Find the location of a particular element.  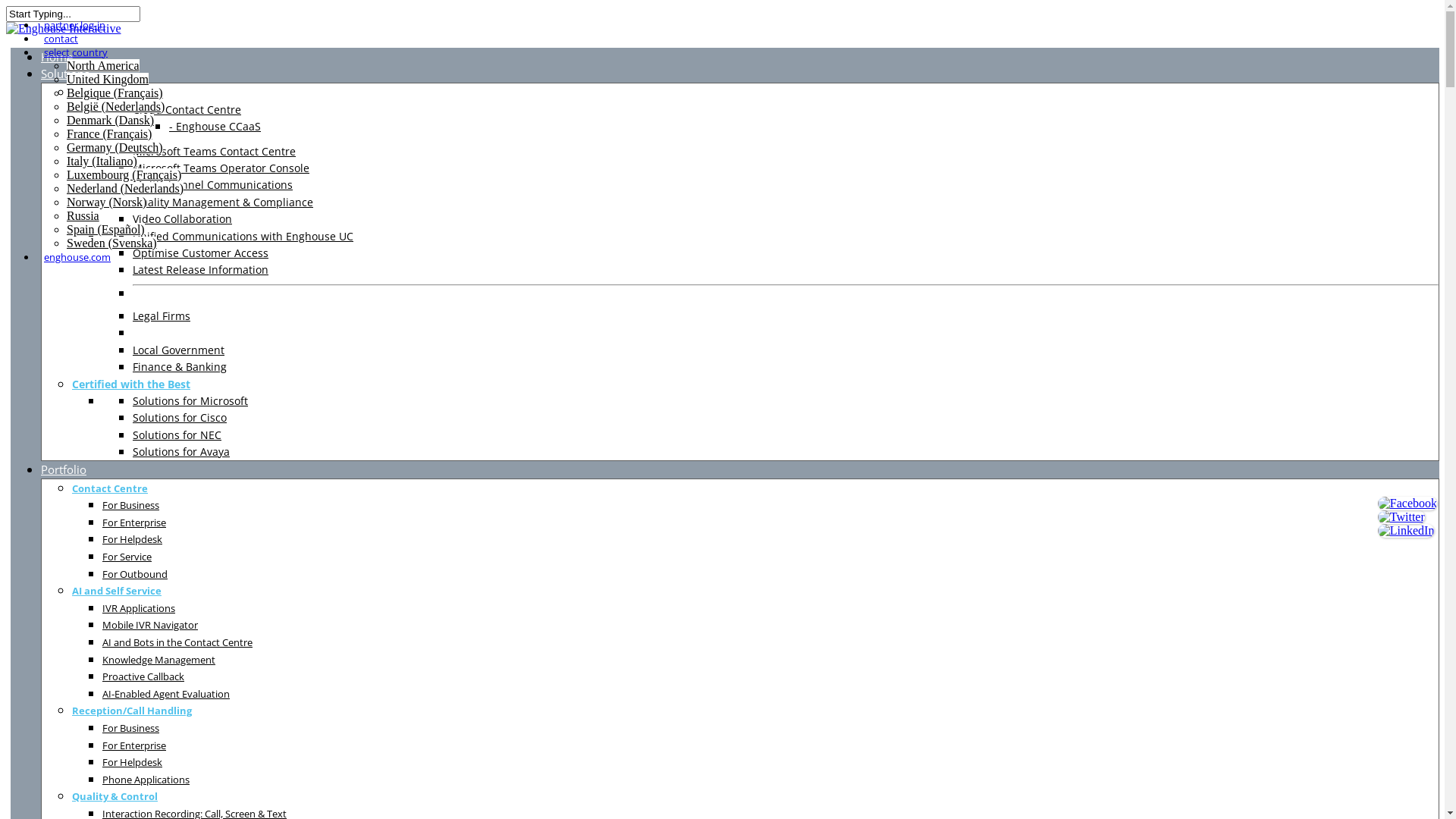

'Solutions for Cisco' is located at coordinates (179, 417).